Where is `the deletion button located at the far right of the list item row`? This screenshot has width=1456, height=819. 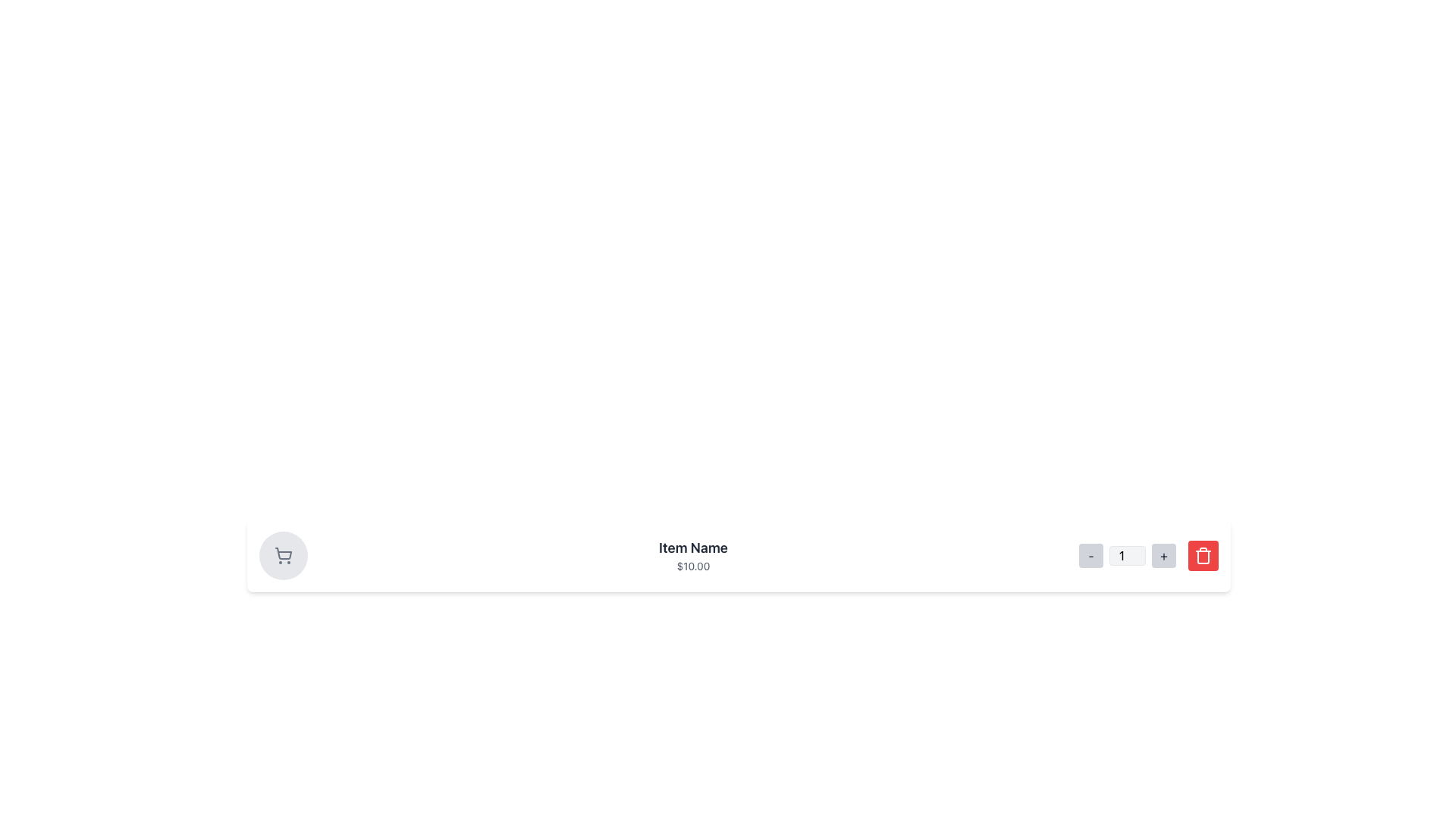
the deletion button located at the far right of the list item row is located at coordinates (1203, 555).